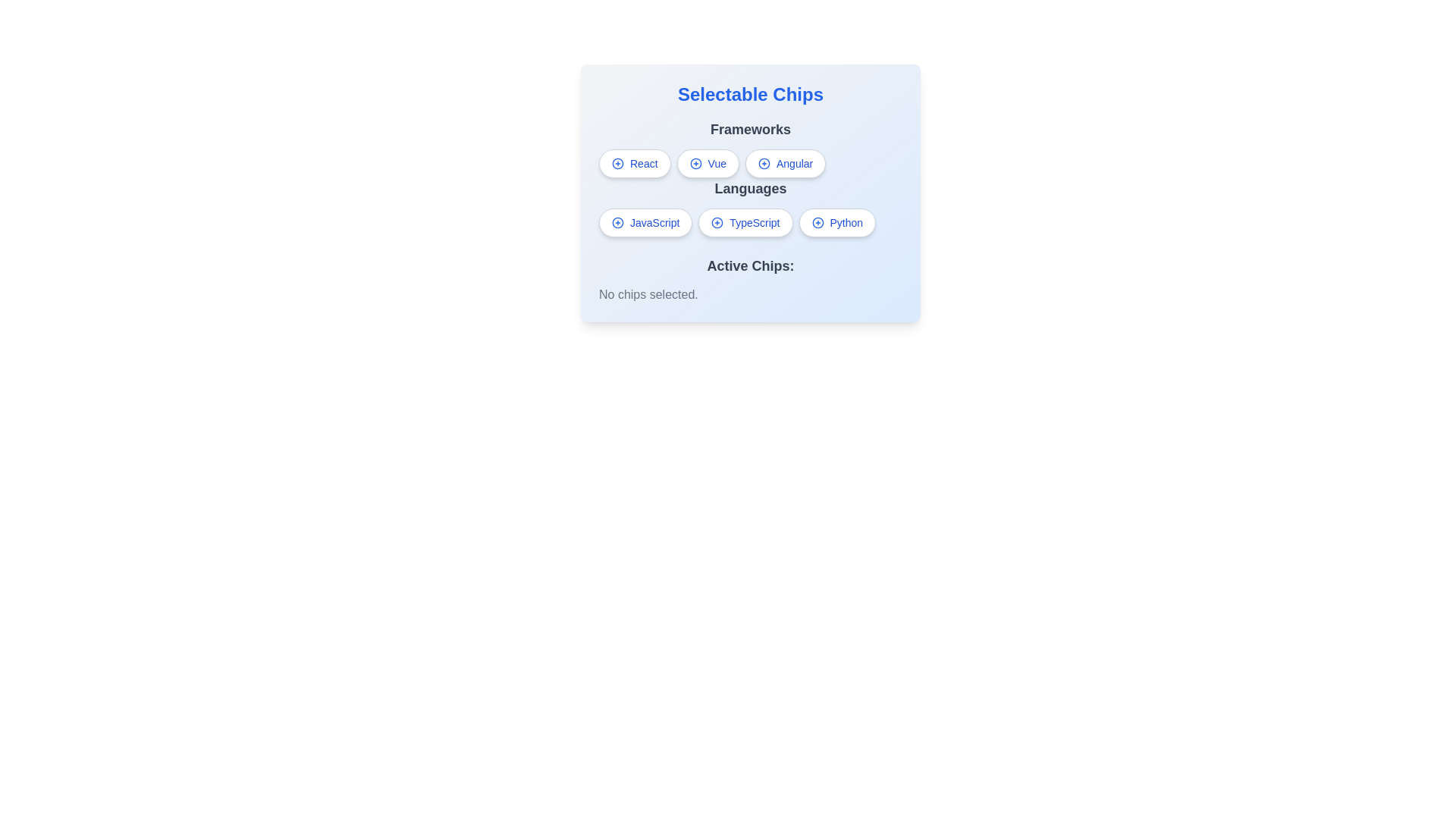 This screenshot has height=819, width=1456. I want to click on the 'Angular' button, which is the third button in the horizontal list under the 'Frameworks' section, so click(786, 164).